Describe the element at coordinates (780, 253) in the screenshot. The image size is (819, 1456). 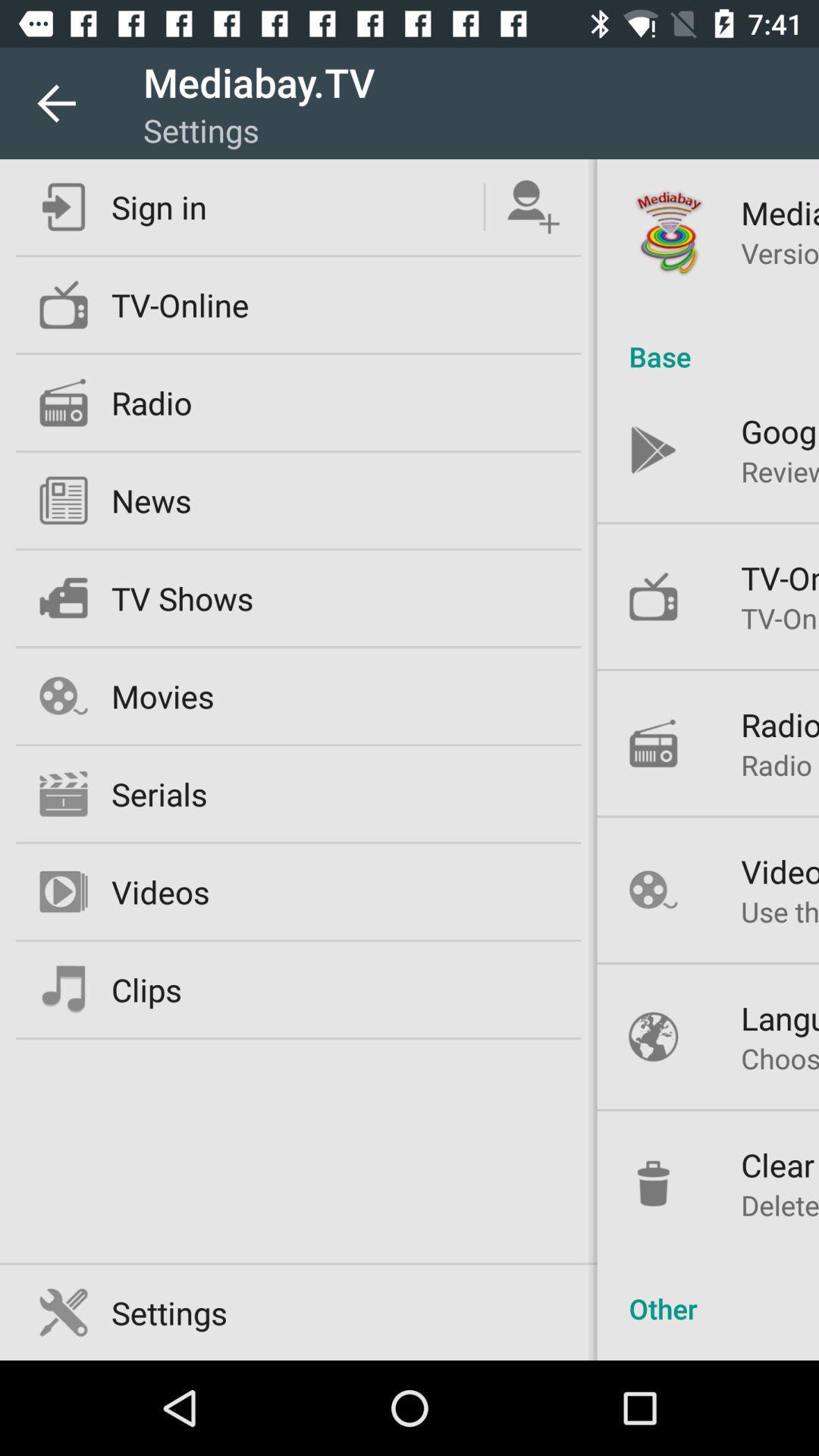
I see `the icon above the base item` at that location.